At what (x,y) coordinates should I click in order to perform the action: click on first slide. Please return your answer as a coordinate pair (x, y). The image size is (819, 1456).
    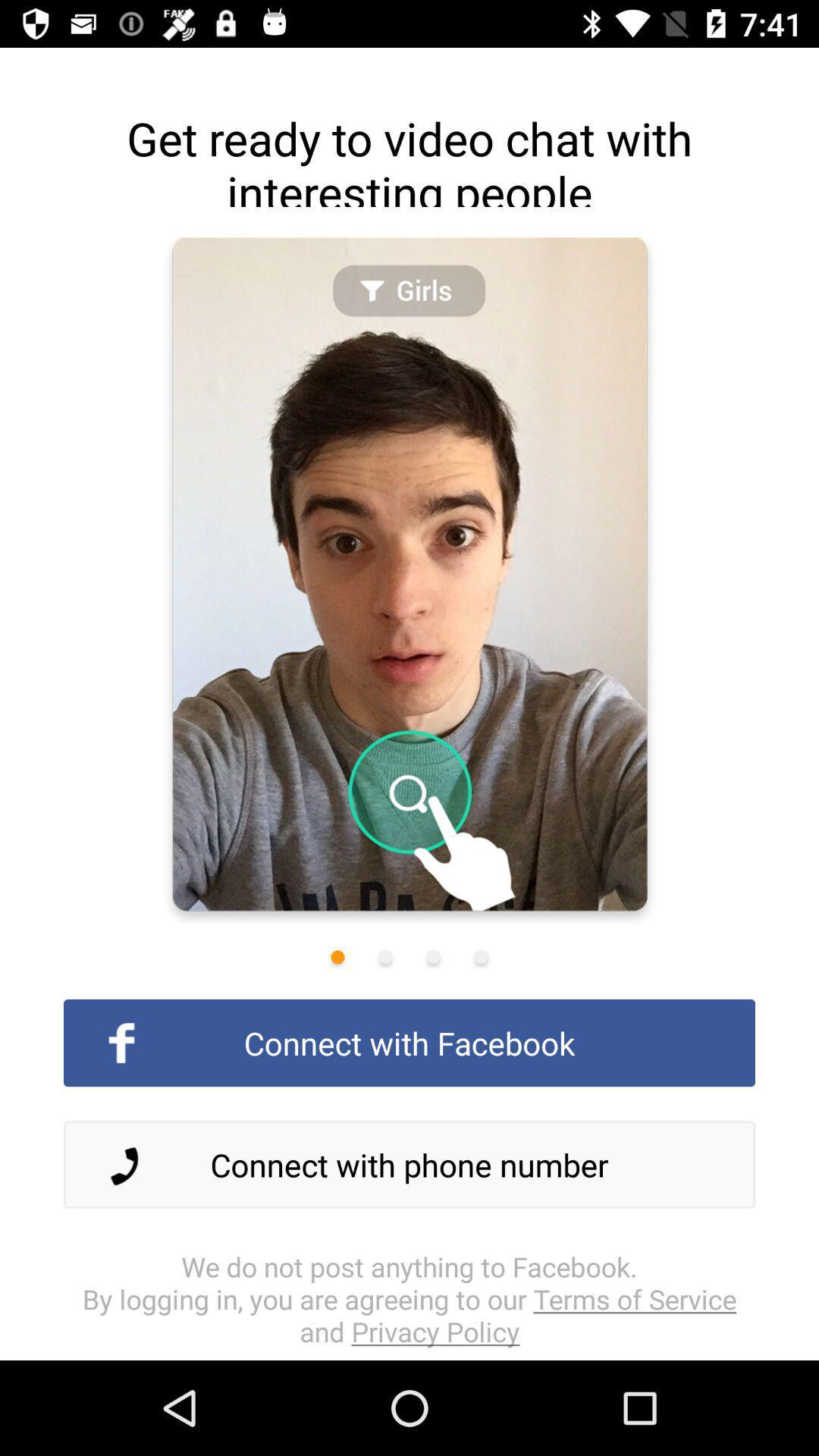
    Looking at the image, I should click on (337, 956).